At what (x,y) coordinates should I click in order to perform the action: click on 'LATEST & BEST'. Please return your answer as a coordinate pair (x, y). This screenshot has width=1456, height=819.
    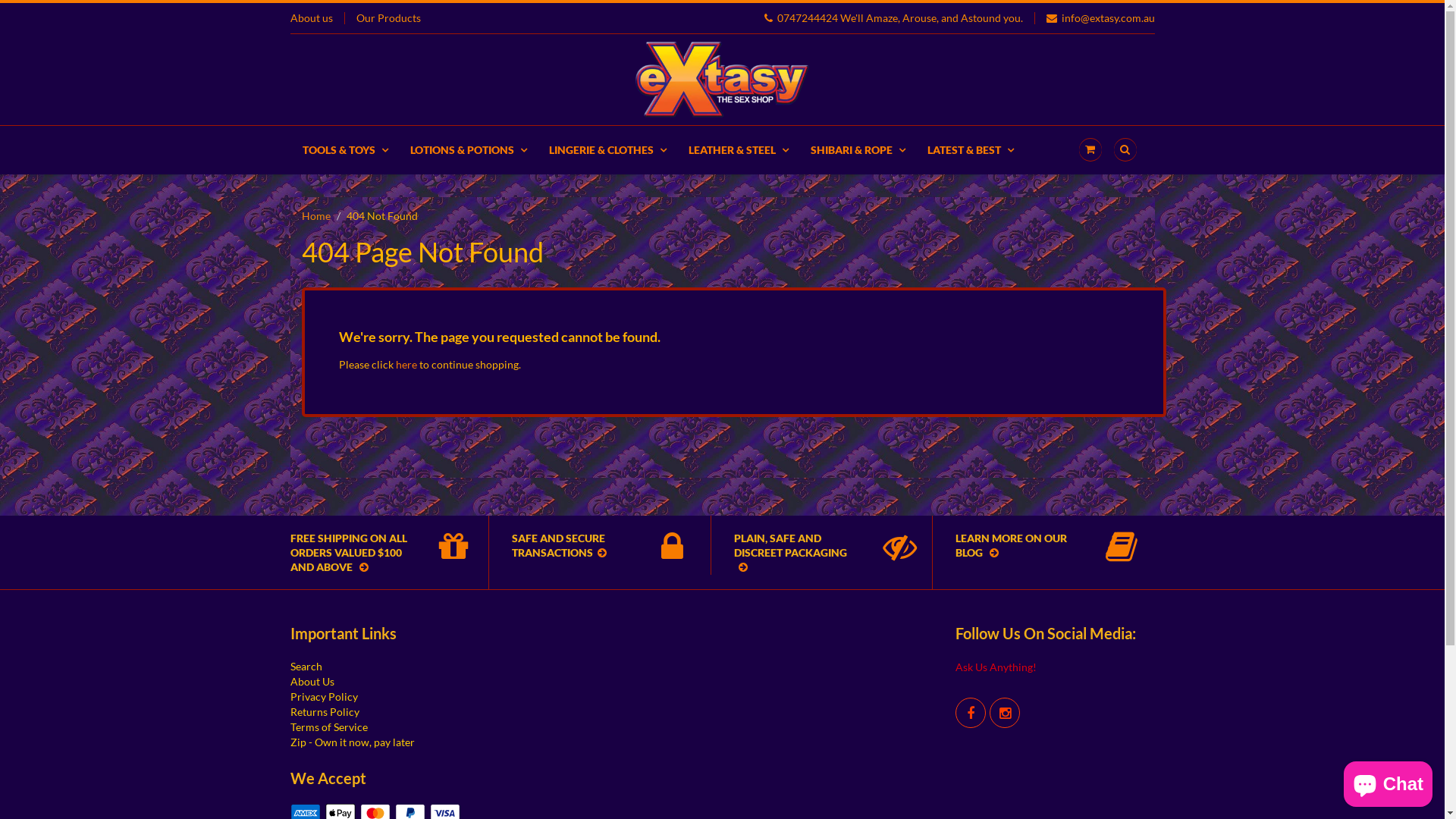
    Looking at the image, I should click on (969, 149).